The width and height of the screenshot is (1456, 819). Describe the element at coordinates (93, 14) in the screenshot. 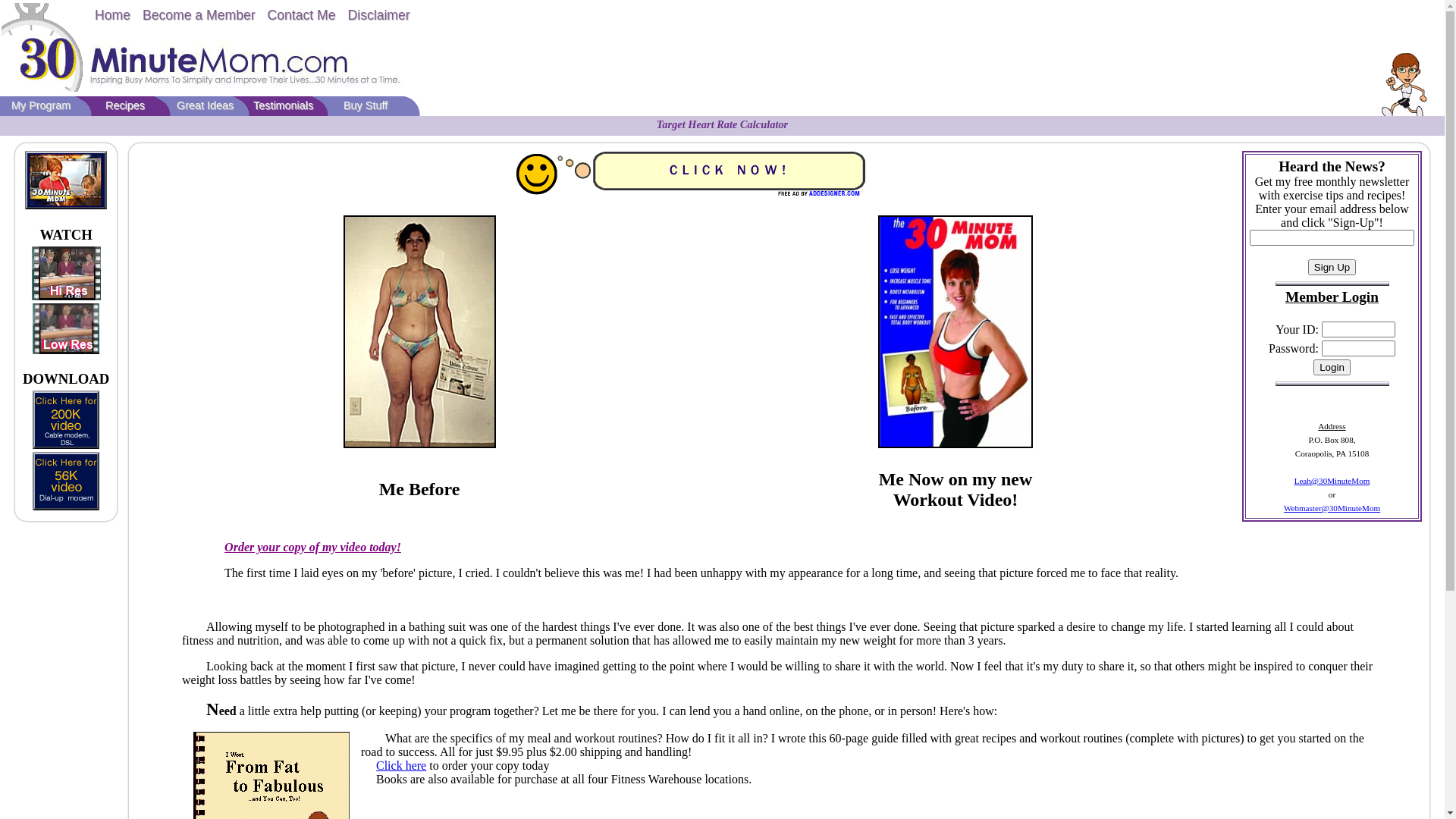

I see `'Home'` at that location.